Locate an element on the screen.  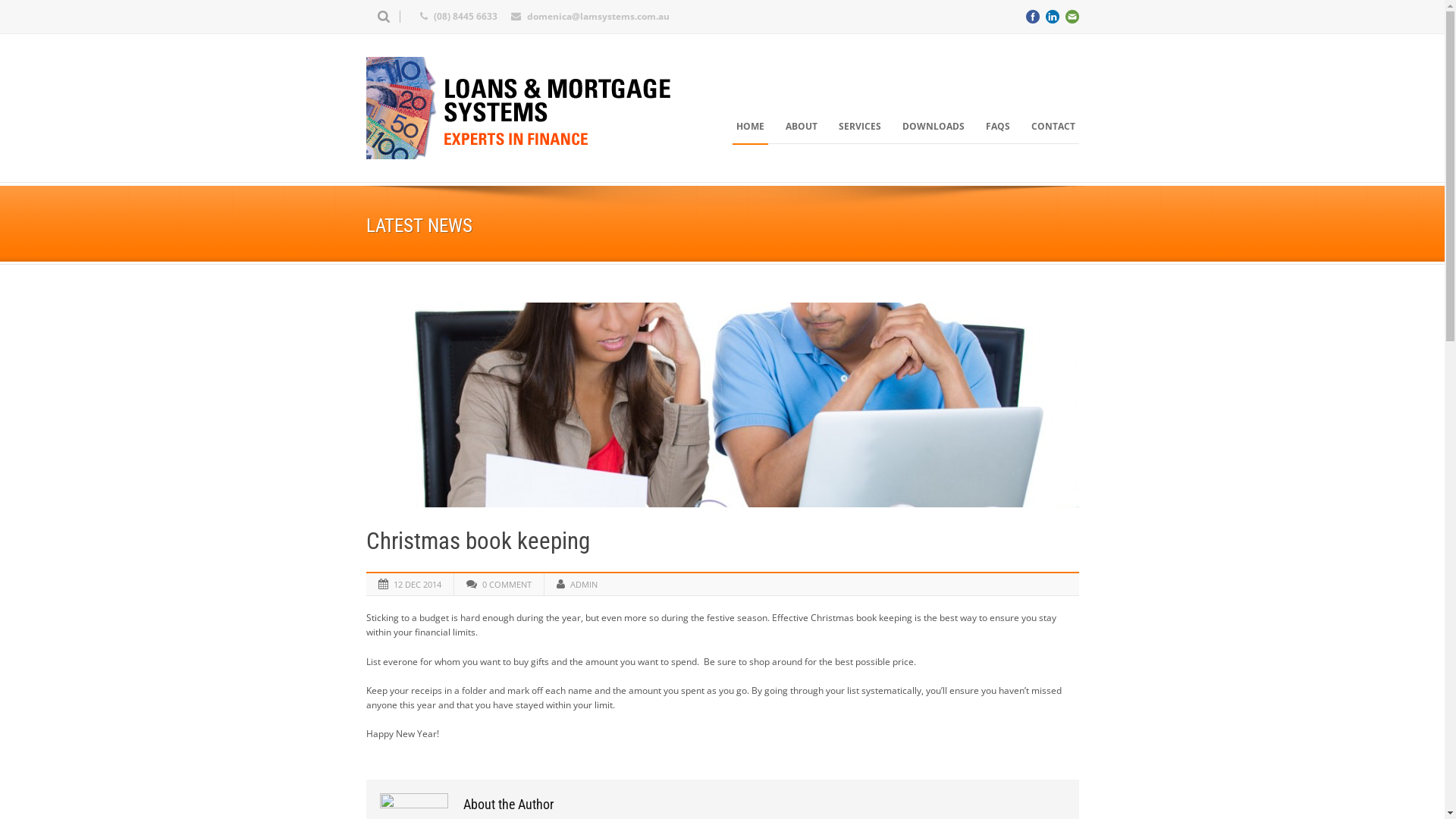
'domenica@lamsystems.com.au' is located at coordinates (596, 16).